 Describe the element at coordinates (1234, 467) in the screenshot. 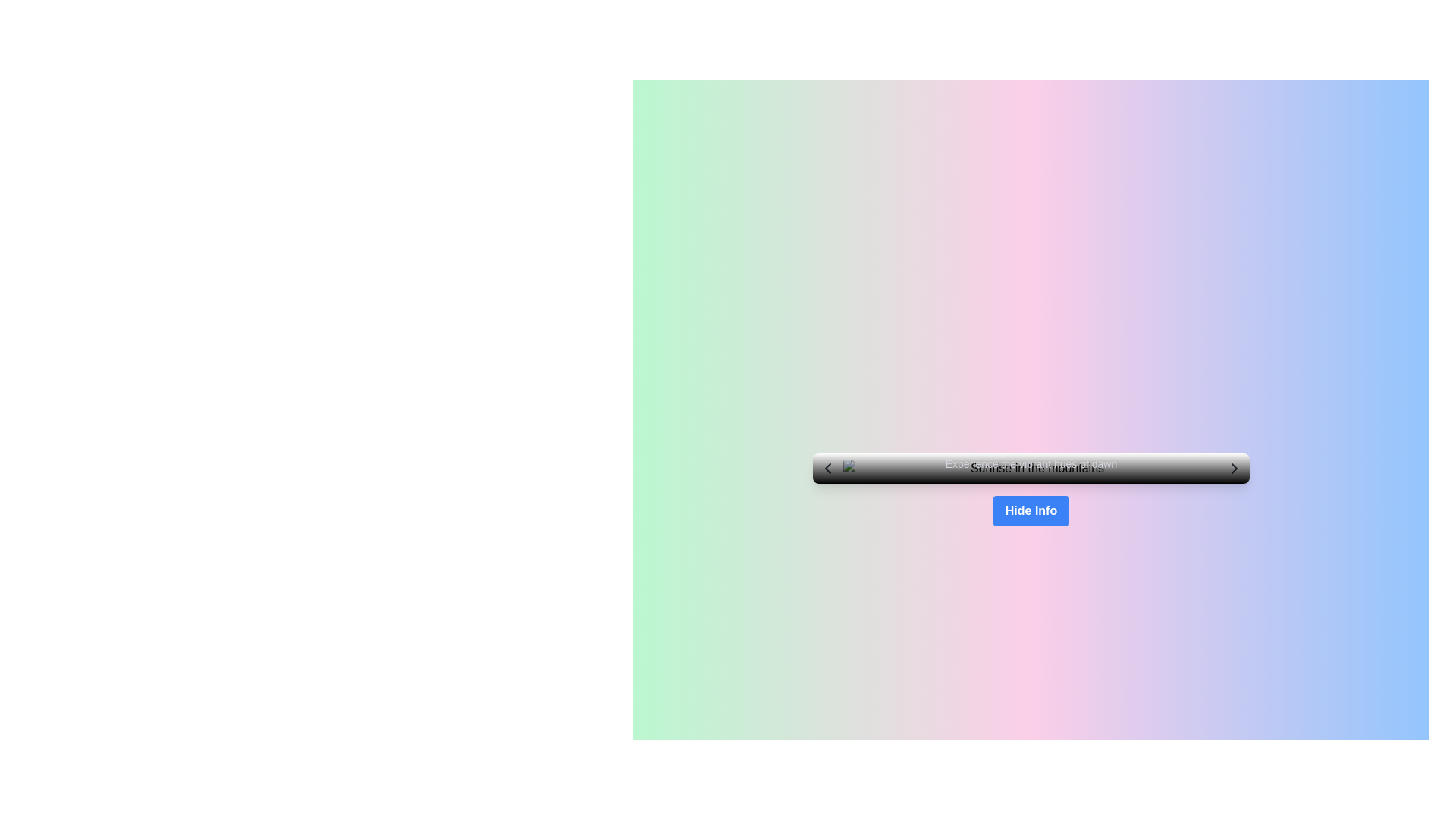

I see `the right-oriented arrow graphic element, which is minimalistic and monochrome` at that location.